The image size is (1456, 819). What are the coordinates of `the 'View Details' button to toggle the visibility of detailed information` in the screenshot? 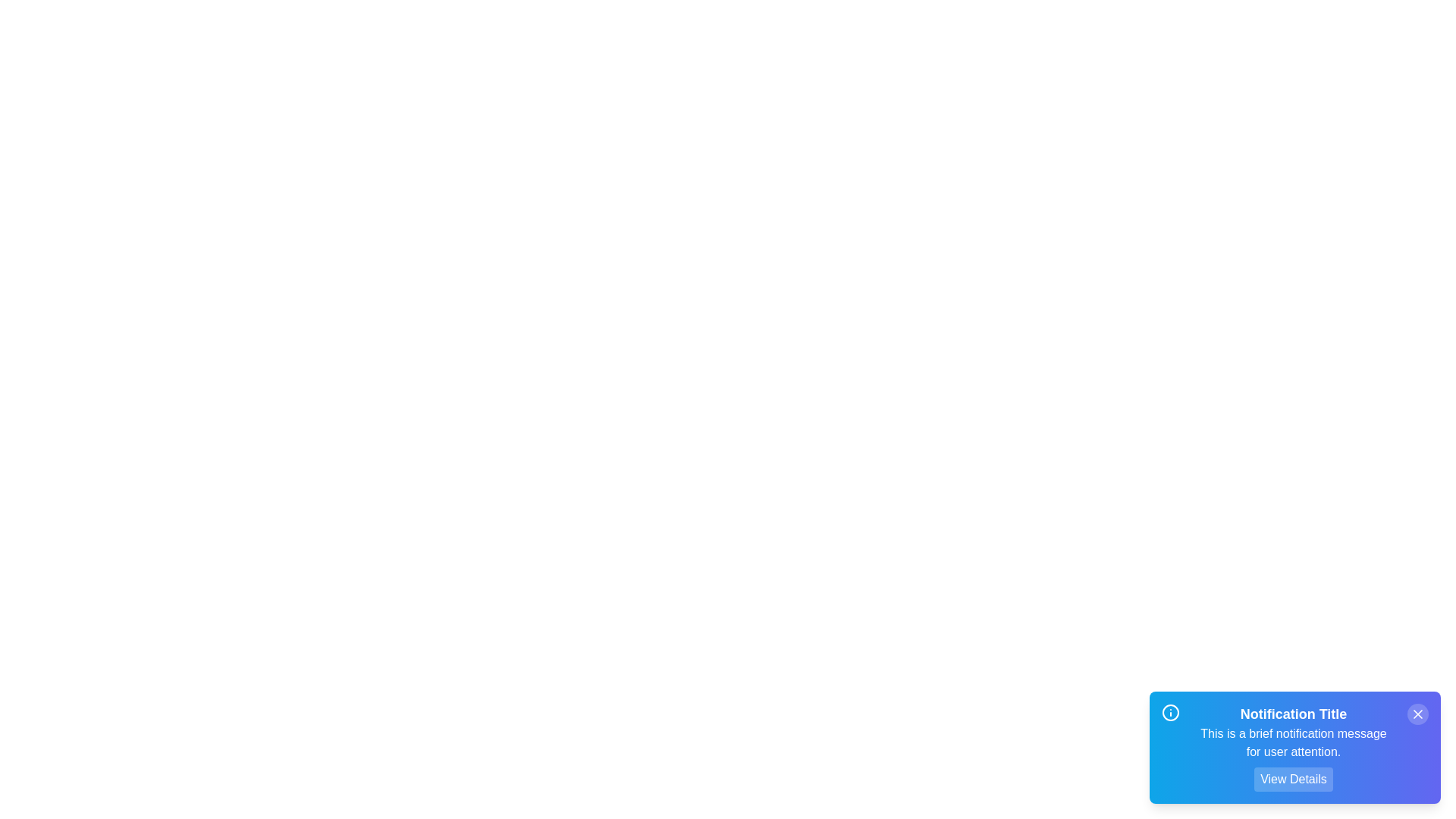 It's located at (1292, 780).